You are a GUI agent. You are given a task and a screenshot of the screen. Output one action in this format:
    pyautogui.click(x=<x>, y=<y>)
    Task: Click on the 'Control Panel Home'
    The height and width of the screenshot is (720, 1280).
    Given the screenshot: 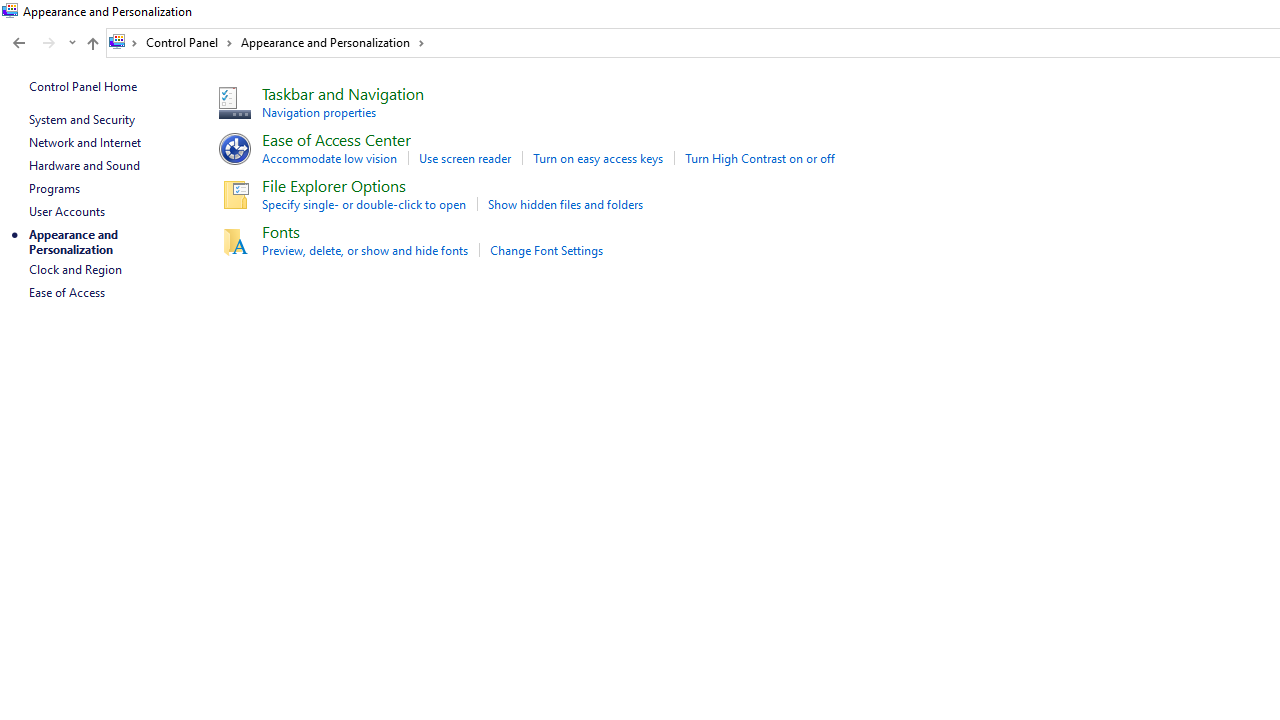 What is the action you would take?
    pyautogui.click(x=82, y=85)
    